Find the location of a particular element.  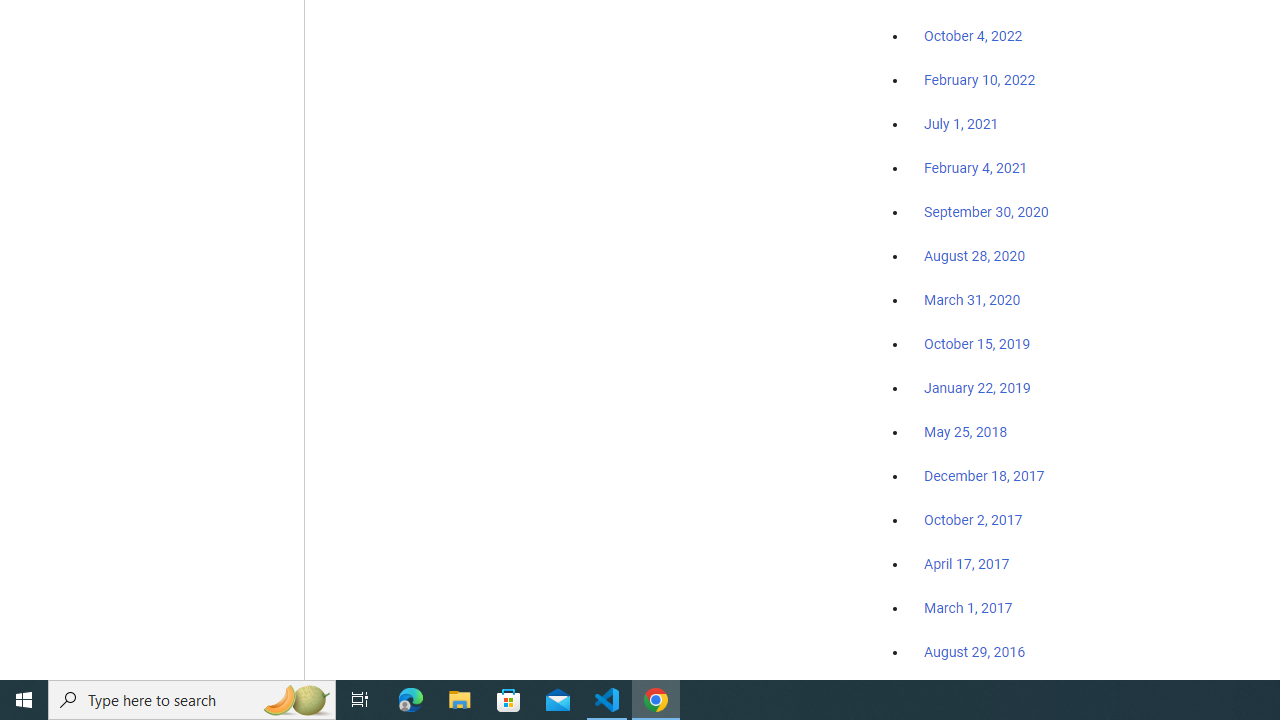

'March 1, 2017' is located at coordinates (968, 607).